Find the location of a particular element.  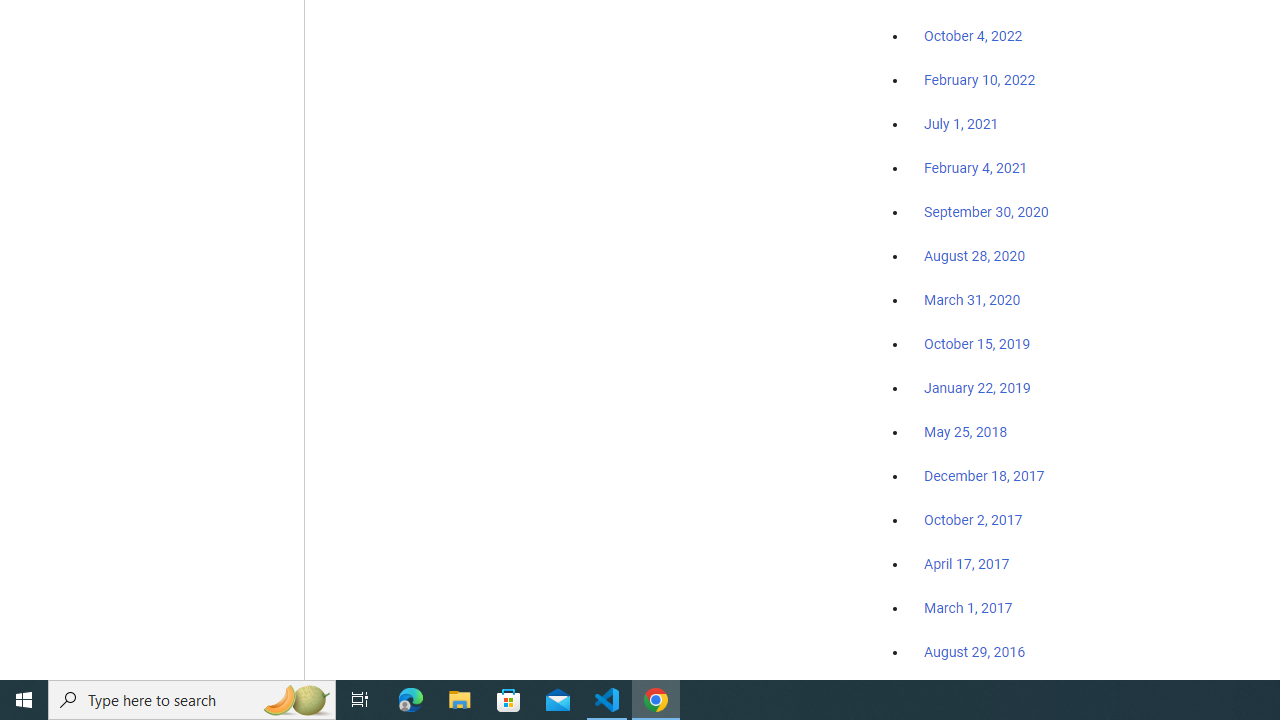

'March 1, 2017' is located at coordinates (968, 607).